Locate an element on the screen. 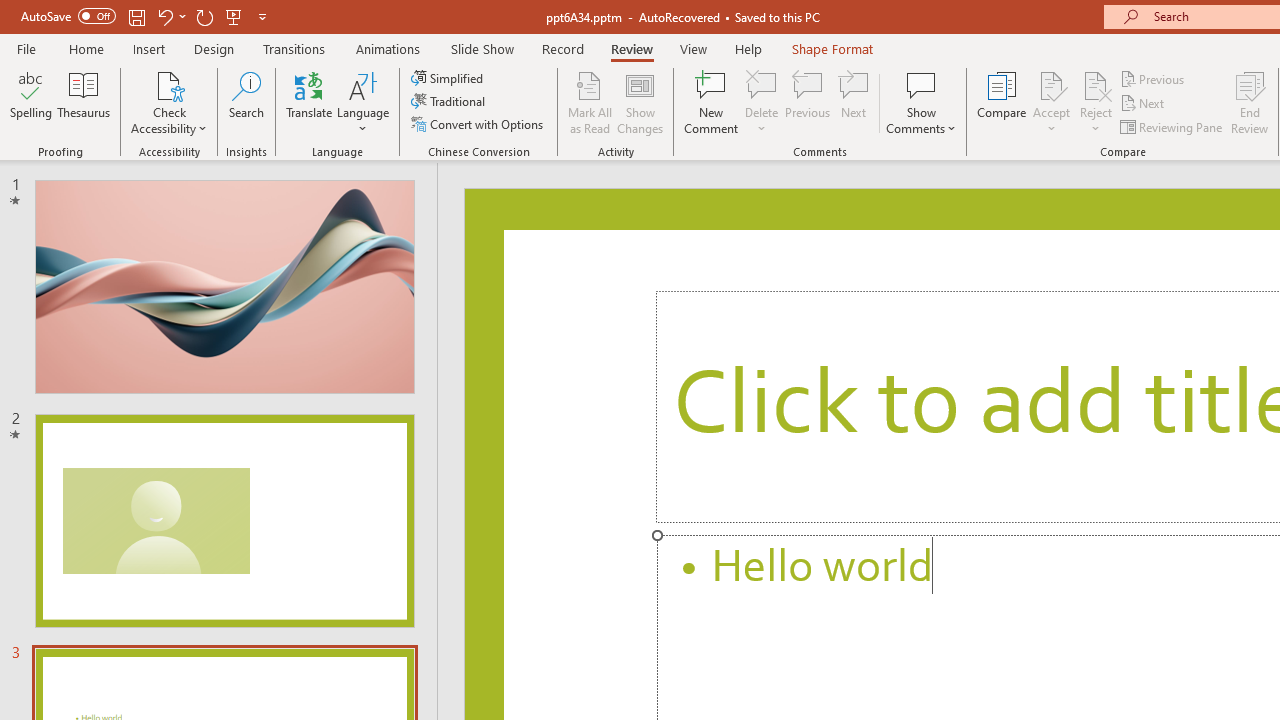  'Record' is located at coordinates (561, 48).